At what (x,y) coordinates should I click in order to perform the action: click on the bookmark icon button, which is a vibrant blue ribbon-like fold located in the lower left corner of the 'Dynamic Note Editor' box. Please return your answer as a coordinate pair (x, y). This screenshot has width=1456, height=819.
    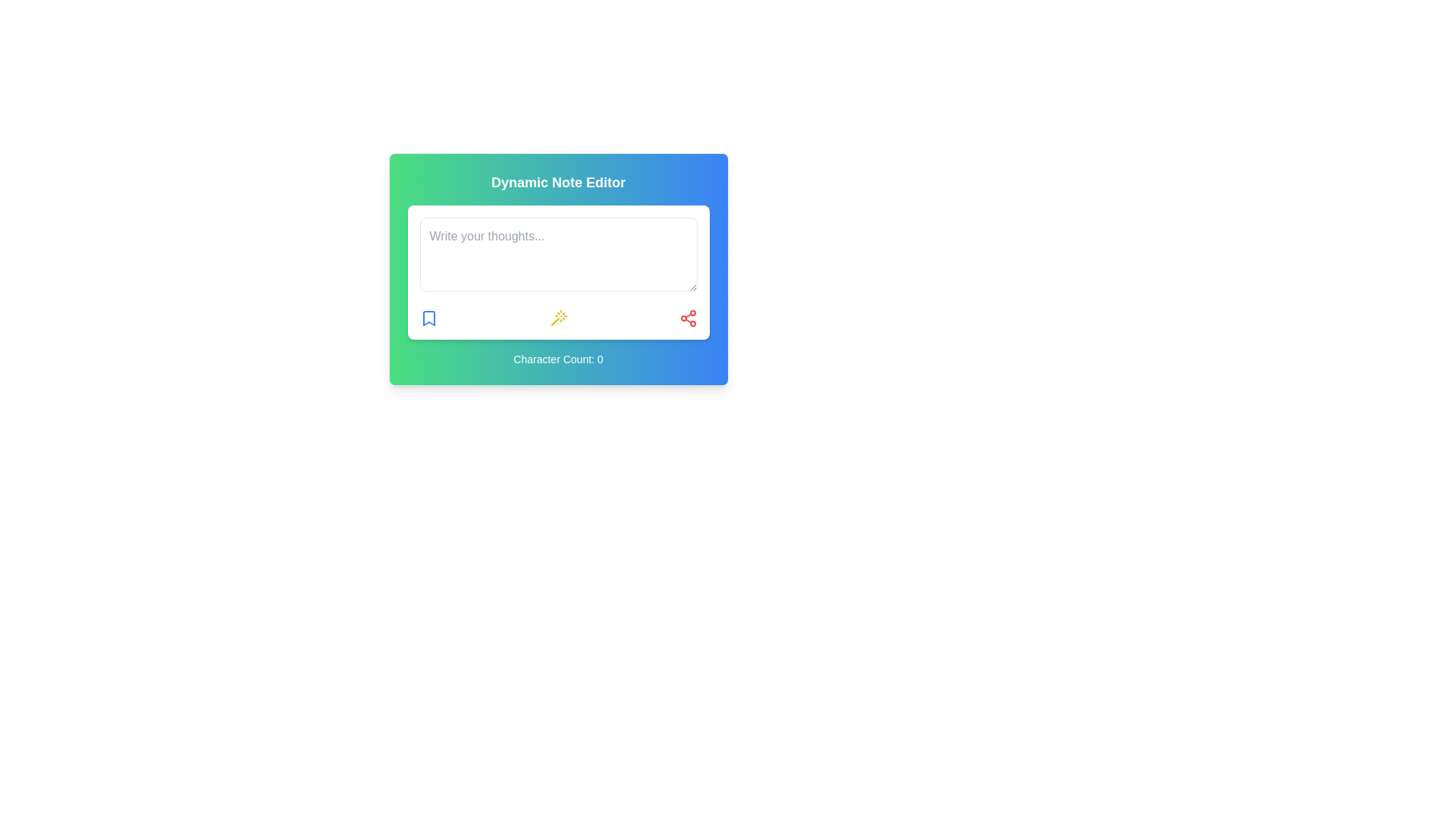
    Looking at the image, I should click on (428, 318).